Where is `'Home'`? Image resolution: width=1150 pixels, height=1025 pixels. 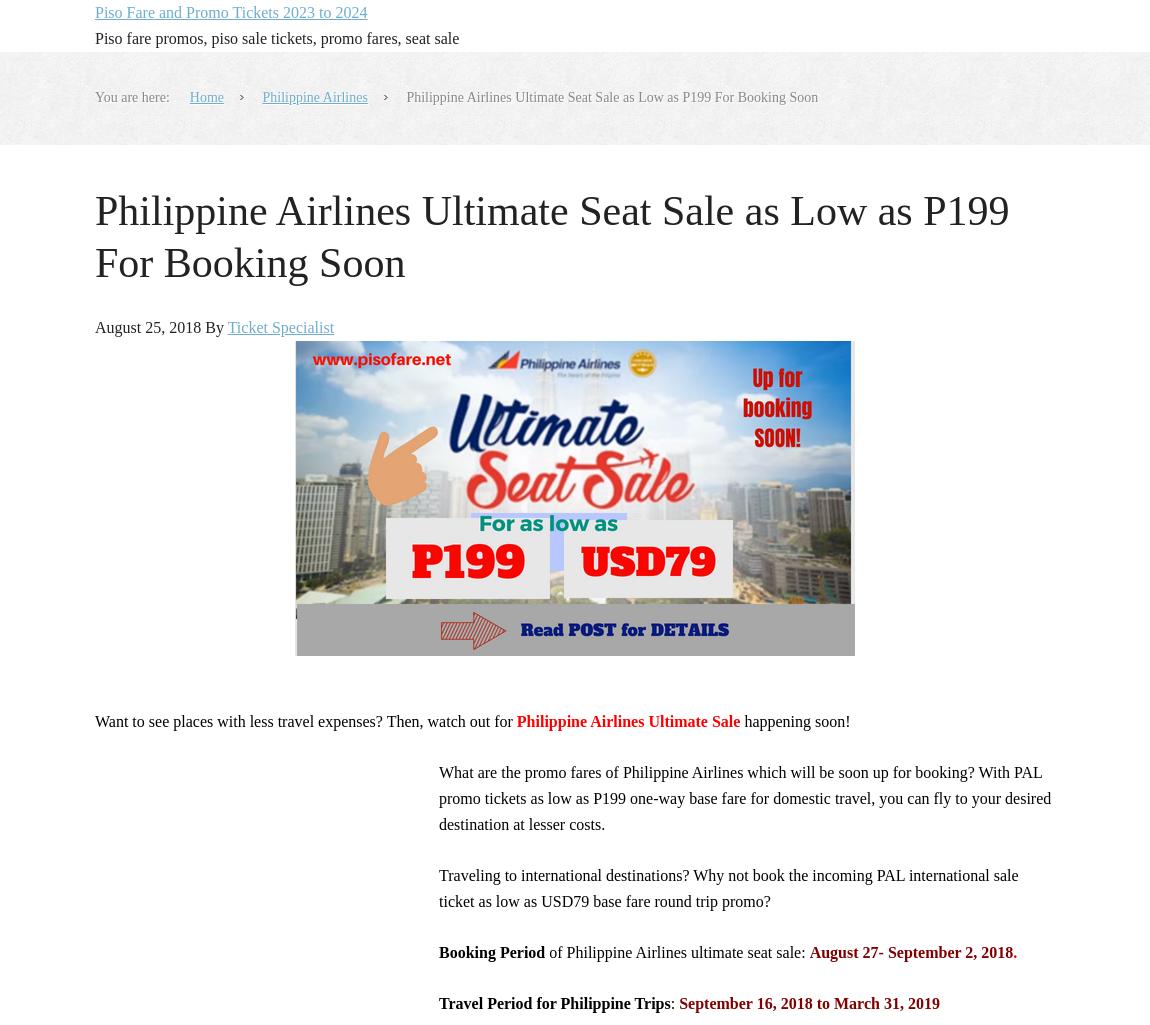 'Home' is located at coordinates (205, 97).